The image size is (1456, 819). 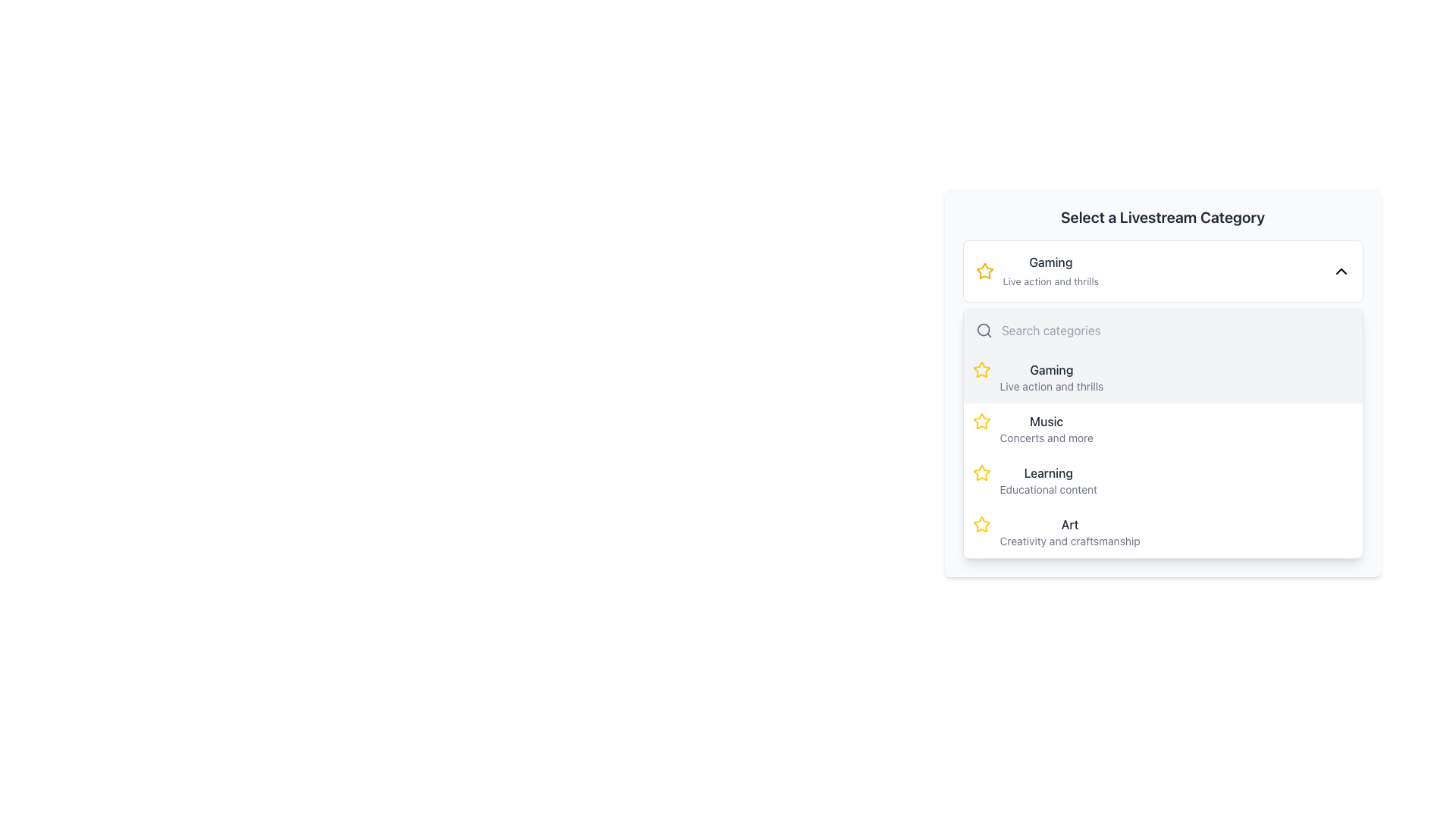 What do you see at coordinates (981, 472) in the screenshot?
I see `the star-shaped icon filled with vibrant yellow color located adjacent to the 'Learning' category label in the dropdown menu to interact with it` at bounding box center [981, 472].